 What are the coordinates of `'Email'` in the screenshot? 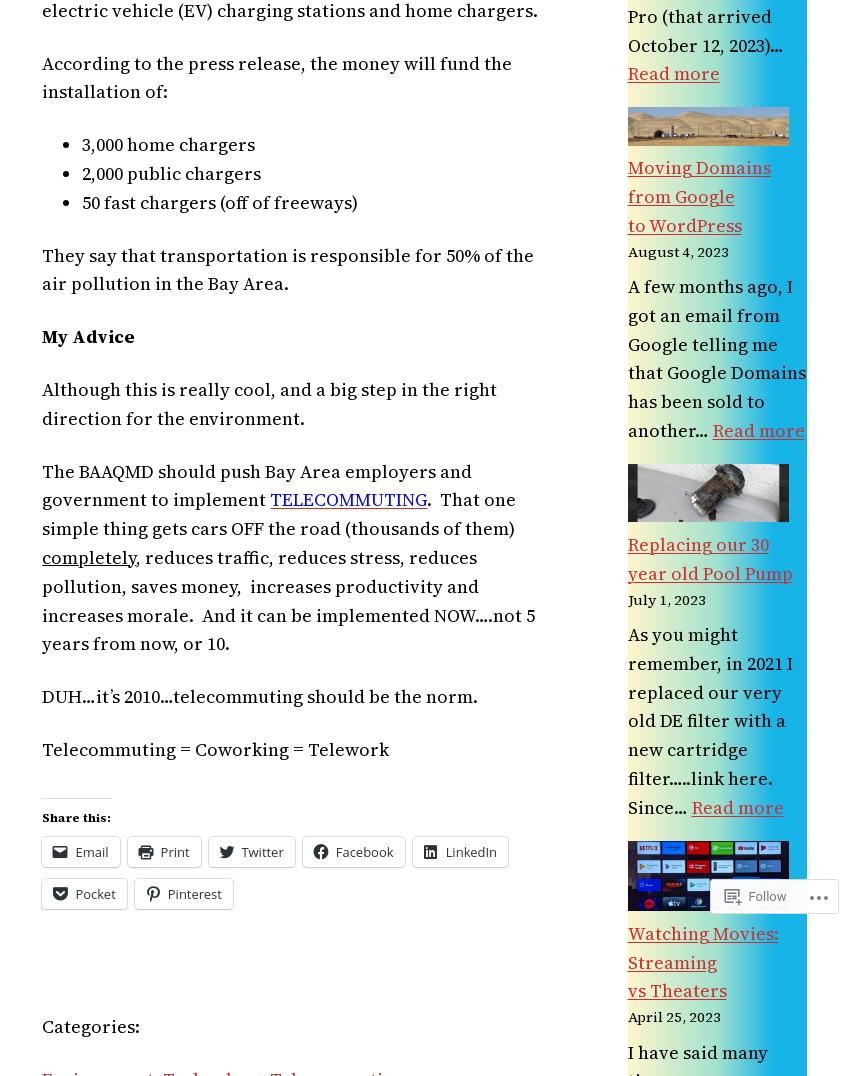 It's located at (74, 850).